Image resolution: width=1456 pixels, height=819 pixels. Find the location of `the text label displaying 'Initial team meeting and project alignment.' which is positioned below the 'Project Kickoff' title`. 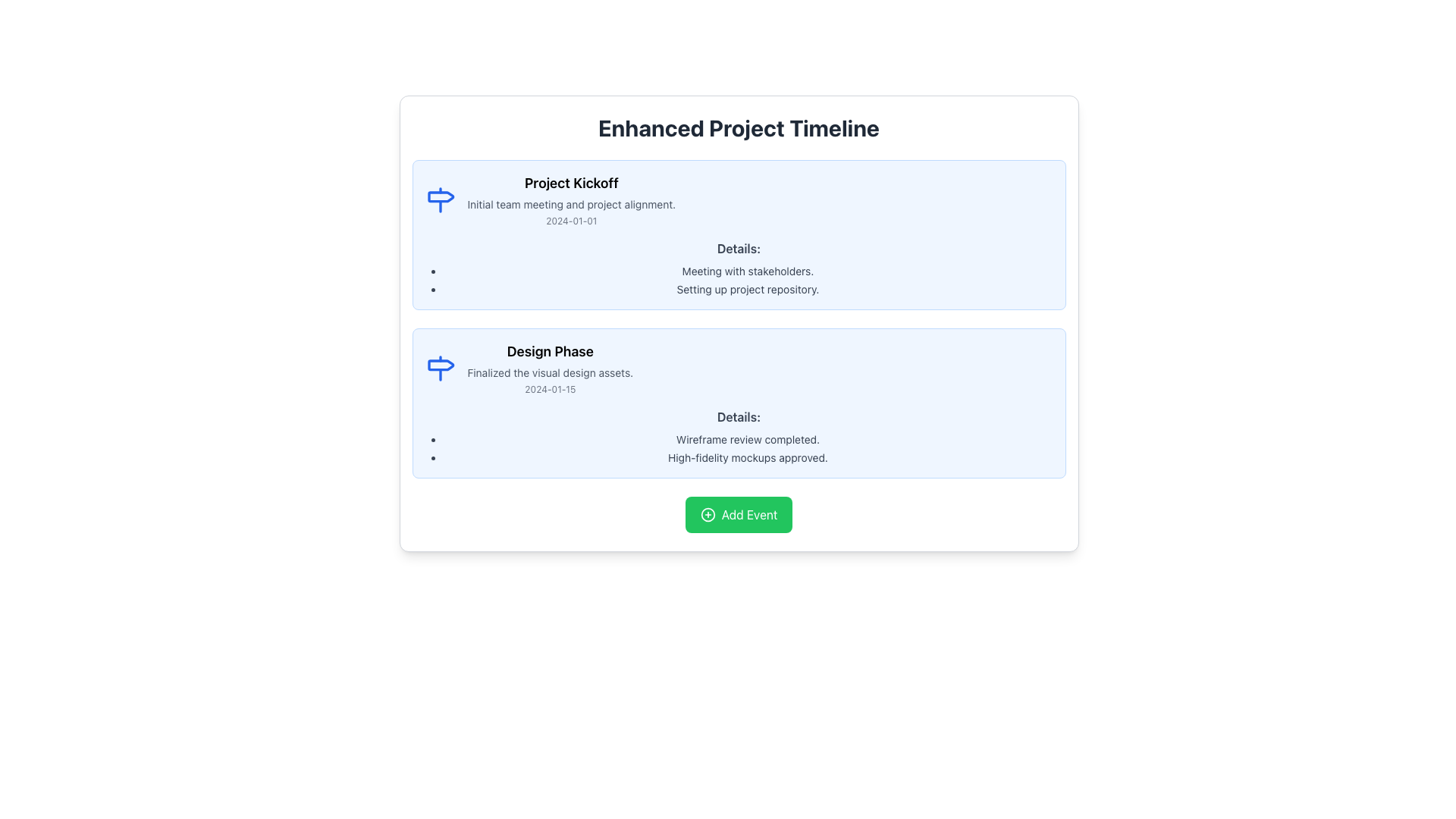

the text label displaying 'Initial team meeting and project alignment.' which is positioned below the 'Project Kickoff' title is located at coordinates (570, 205).